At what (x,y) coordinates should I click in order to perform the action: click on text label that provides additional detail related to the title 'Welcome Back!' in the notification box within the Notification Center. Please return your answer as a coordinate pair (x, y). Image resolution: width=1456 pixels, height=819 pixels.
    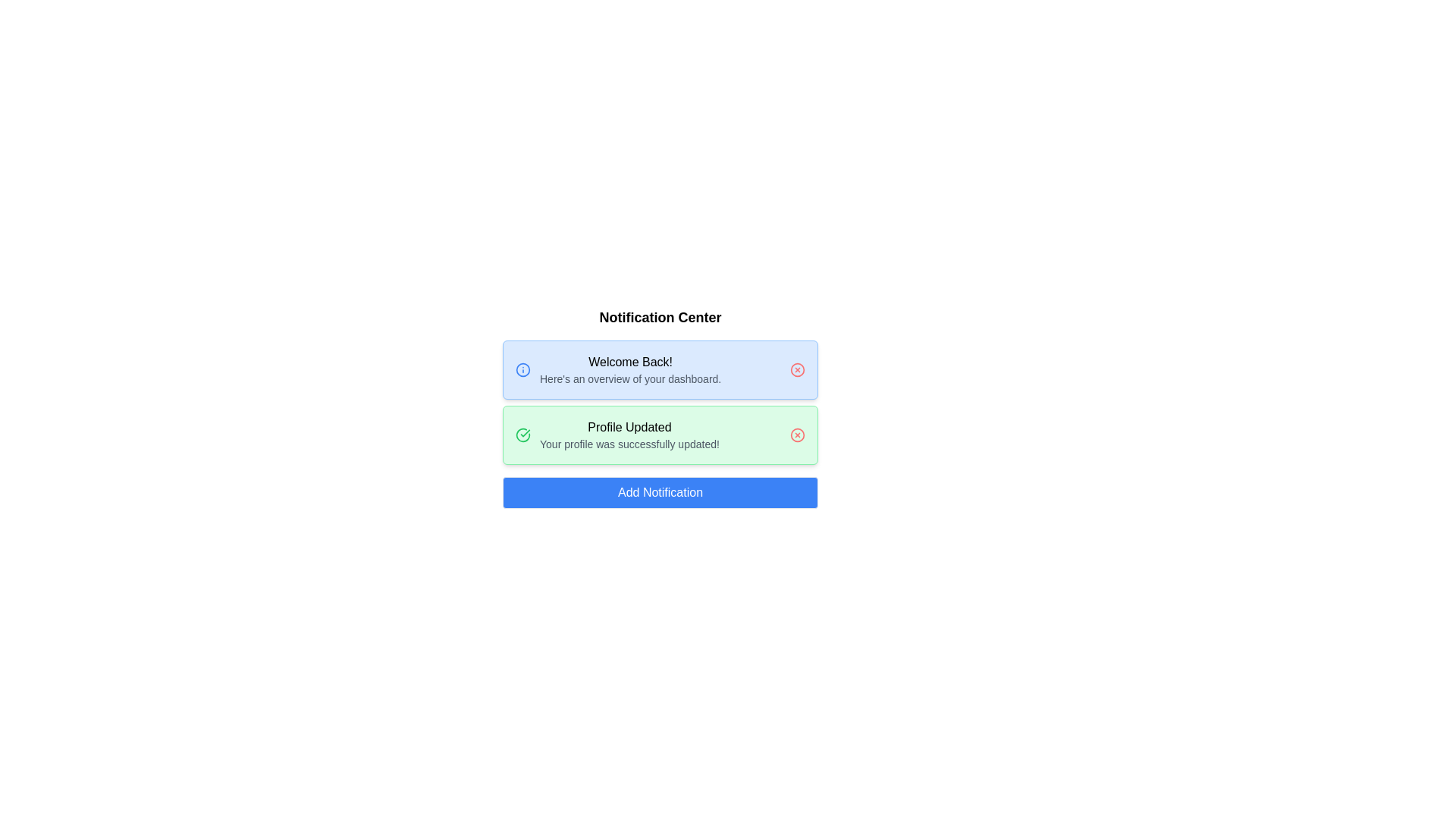
    Looking at the image, I should click on (630, 378).